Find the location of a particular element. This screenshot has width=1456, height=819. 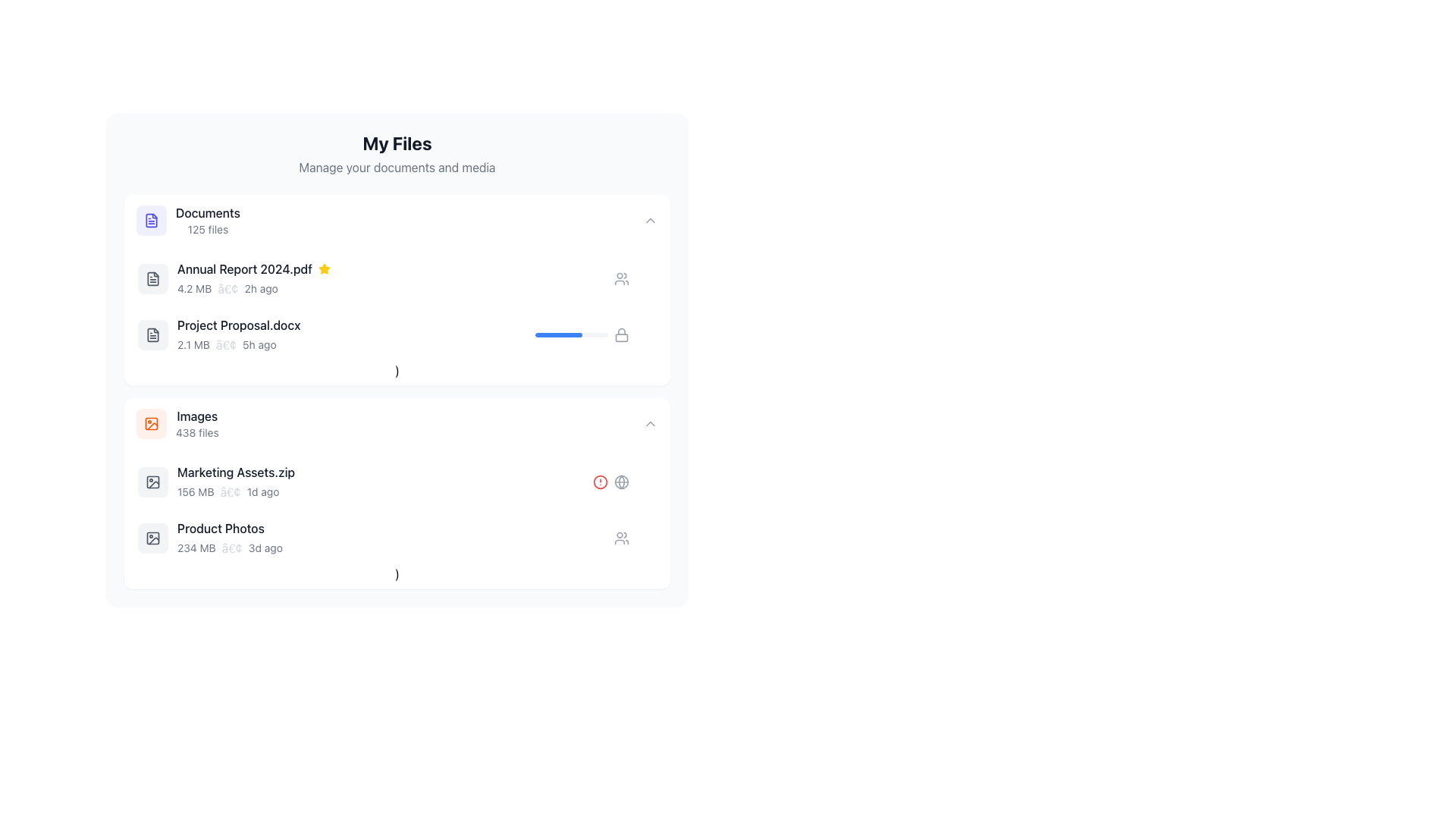

static text component that displays 'Manage your documents and media', which is located directly beneath the header 'My Files' is located at coordinates (397, 167).